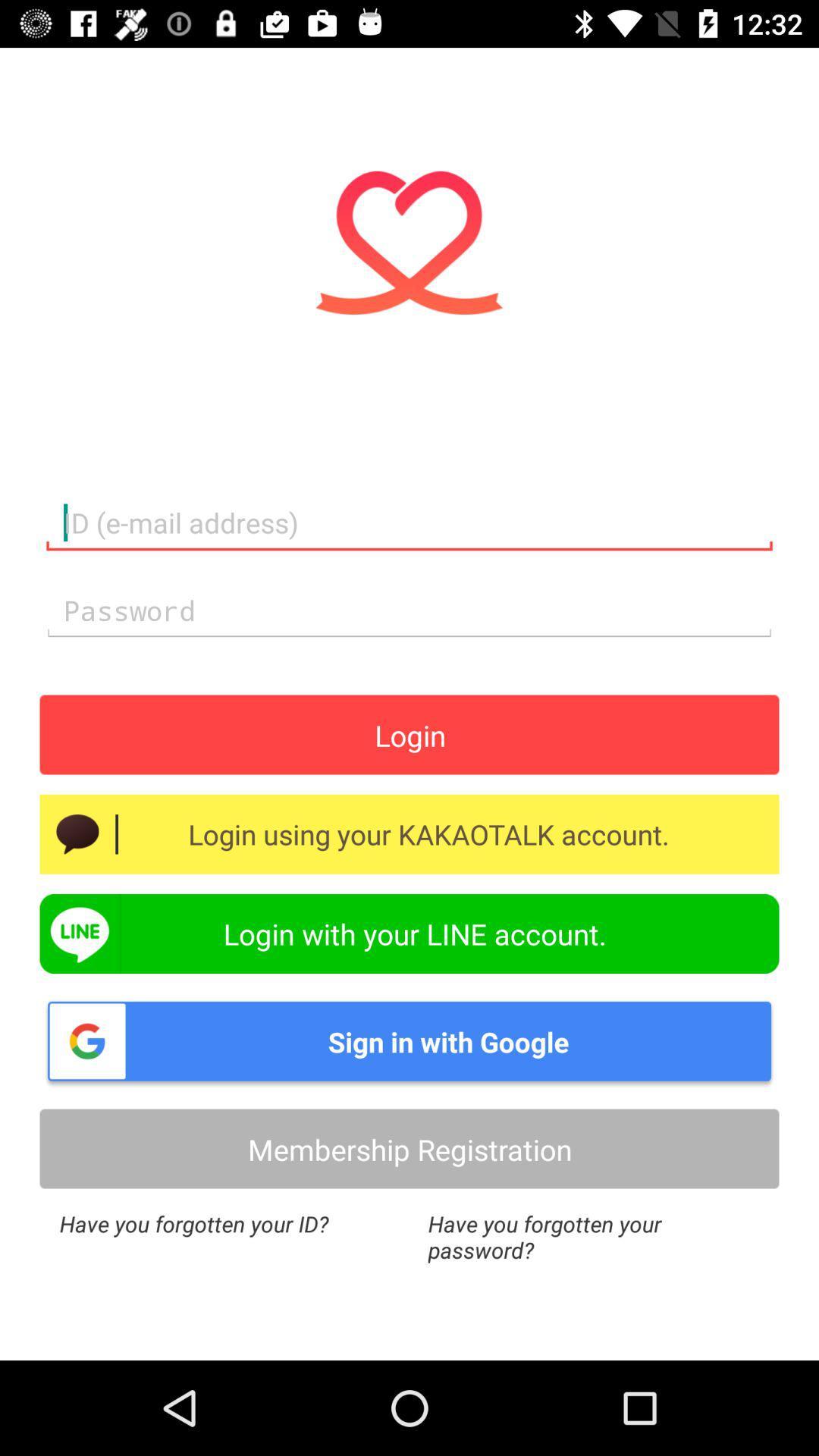 Image resolution: width=819 pixels, height=1456 pixels. Describe the element at coordinates (409, 523) in the screenshot. I see `the text field of email address` at that location.